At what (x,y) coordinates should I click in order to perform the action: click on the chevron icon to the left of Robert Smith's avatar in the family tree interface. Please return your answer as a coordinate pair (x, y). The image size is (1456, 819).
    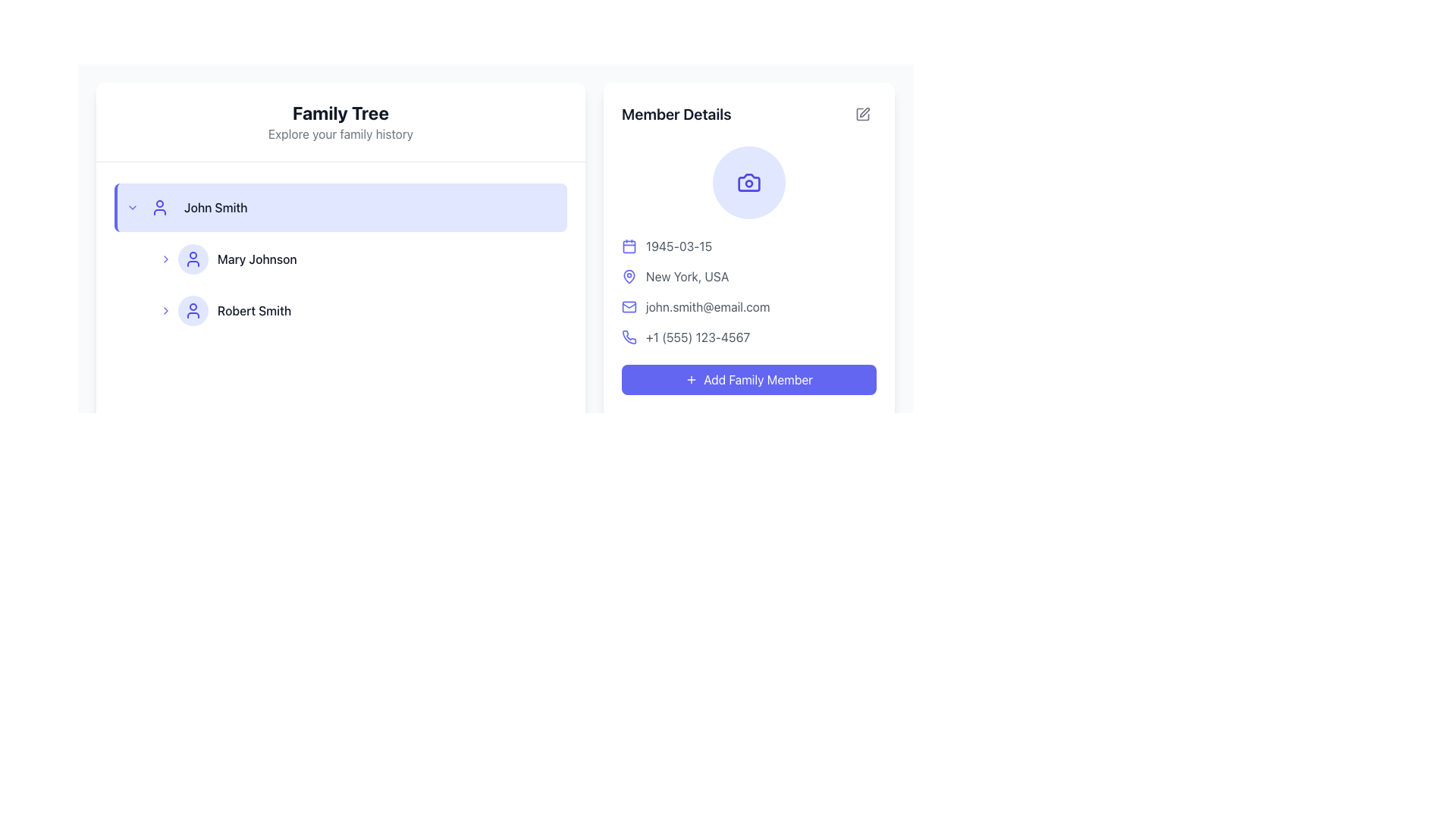
    Looking at the image, I should click on (166, 309).